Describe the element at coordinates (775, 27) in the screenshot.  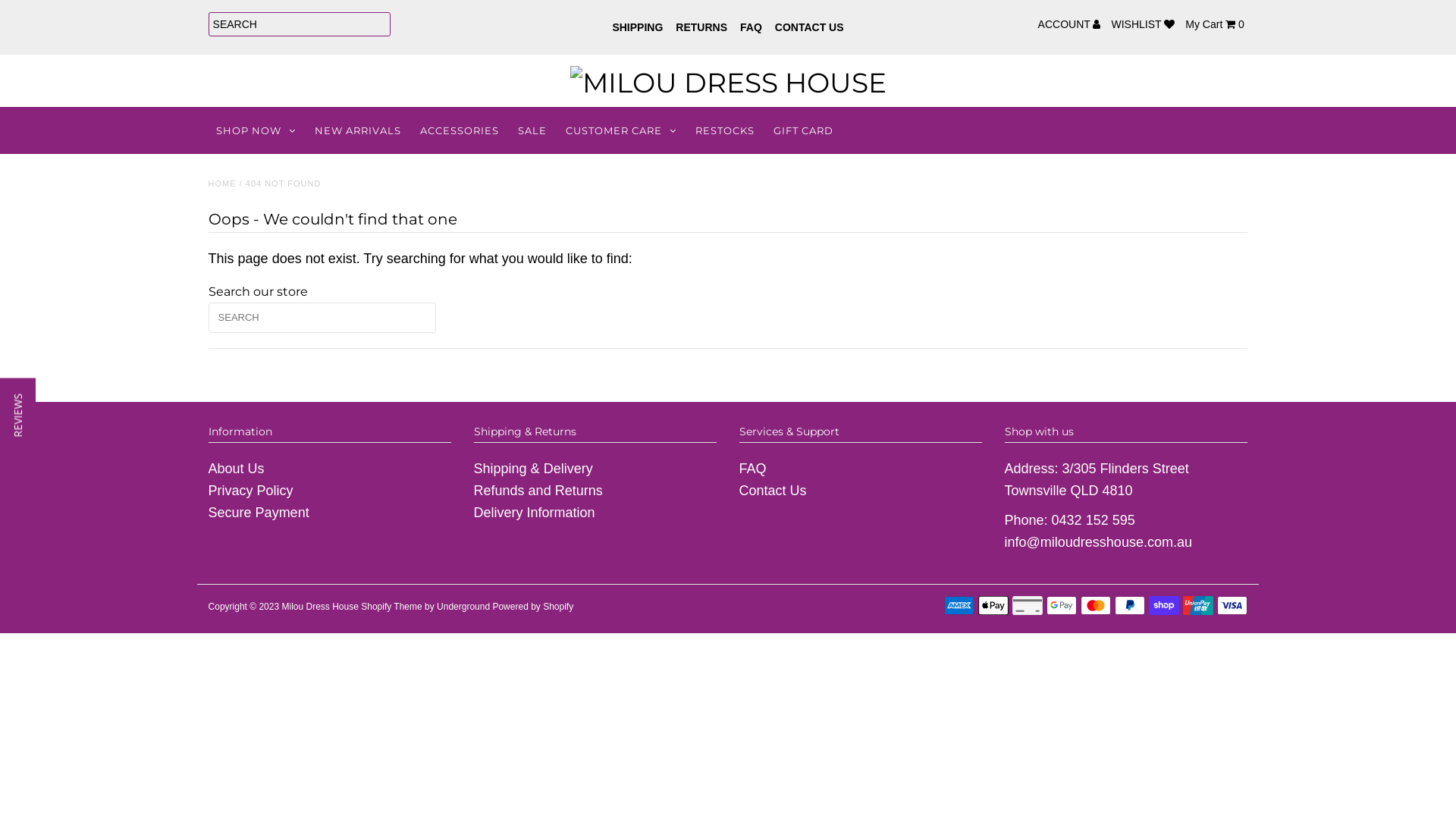
I see `'CONTACT US'` at that location.